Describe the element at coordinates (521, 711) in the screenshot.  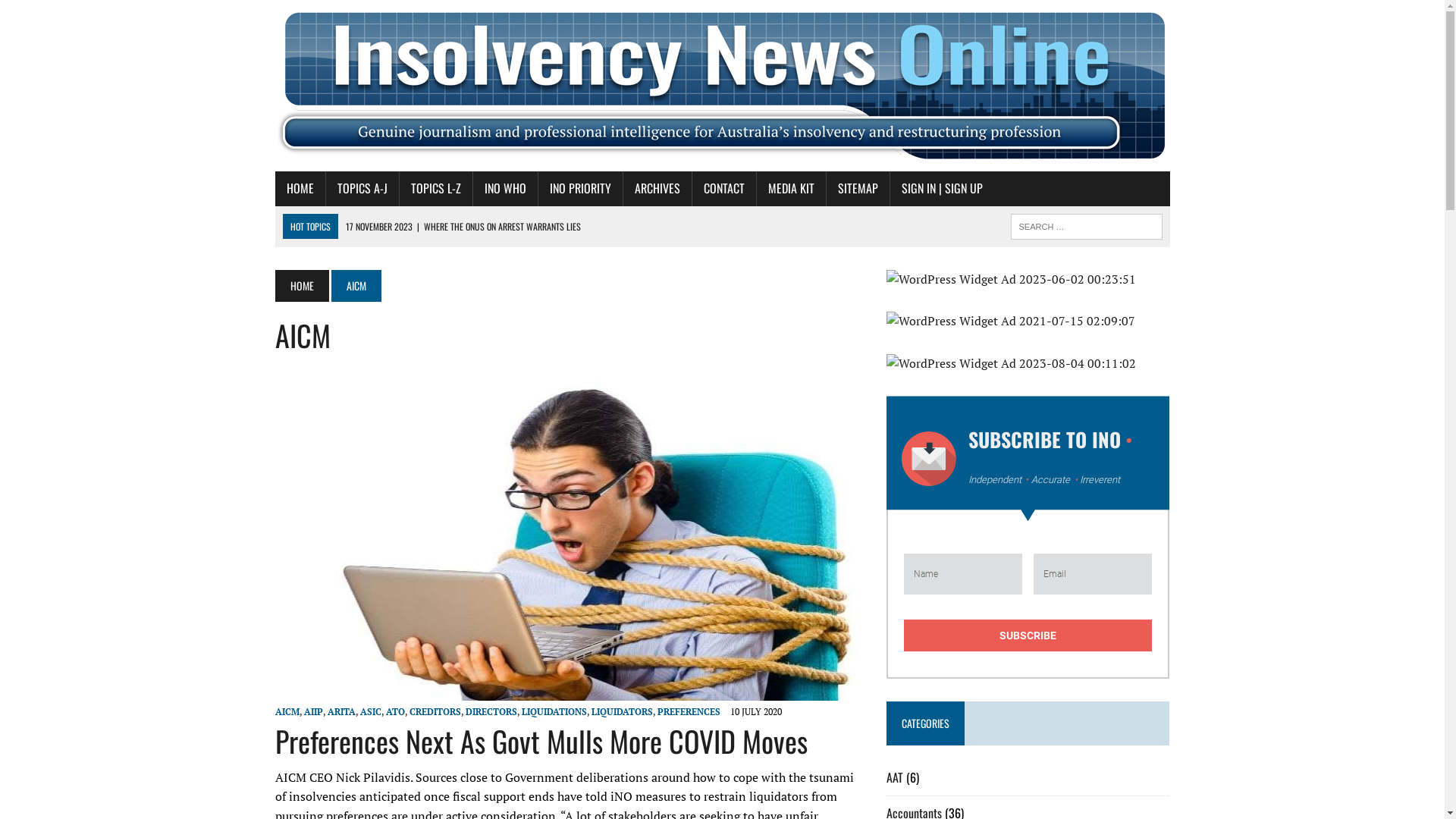
I see `'LIQUIDATIONS'` at that location.